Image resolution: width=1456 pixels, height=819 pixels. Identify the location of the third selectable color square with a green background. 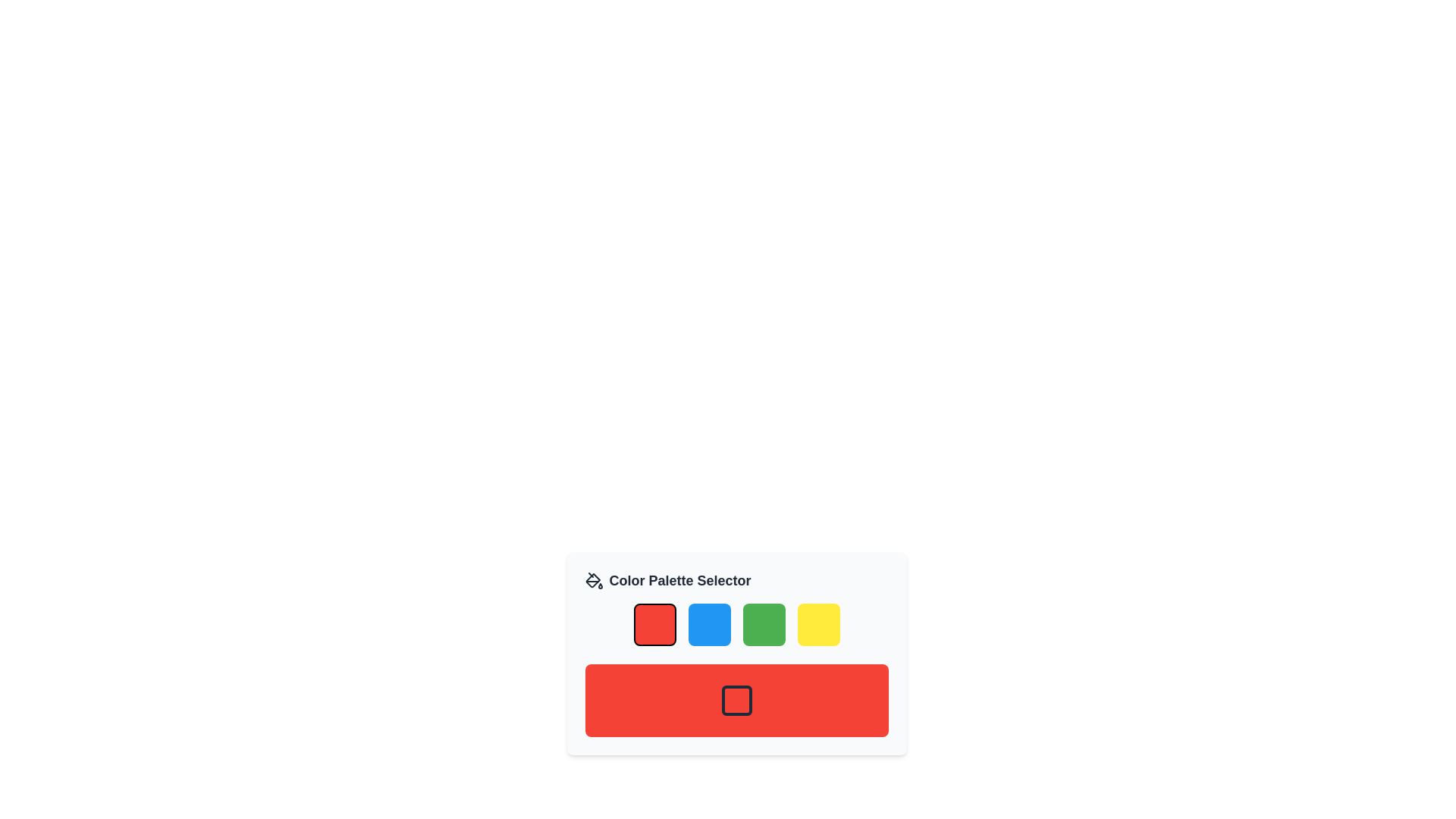
(764, 625).